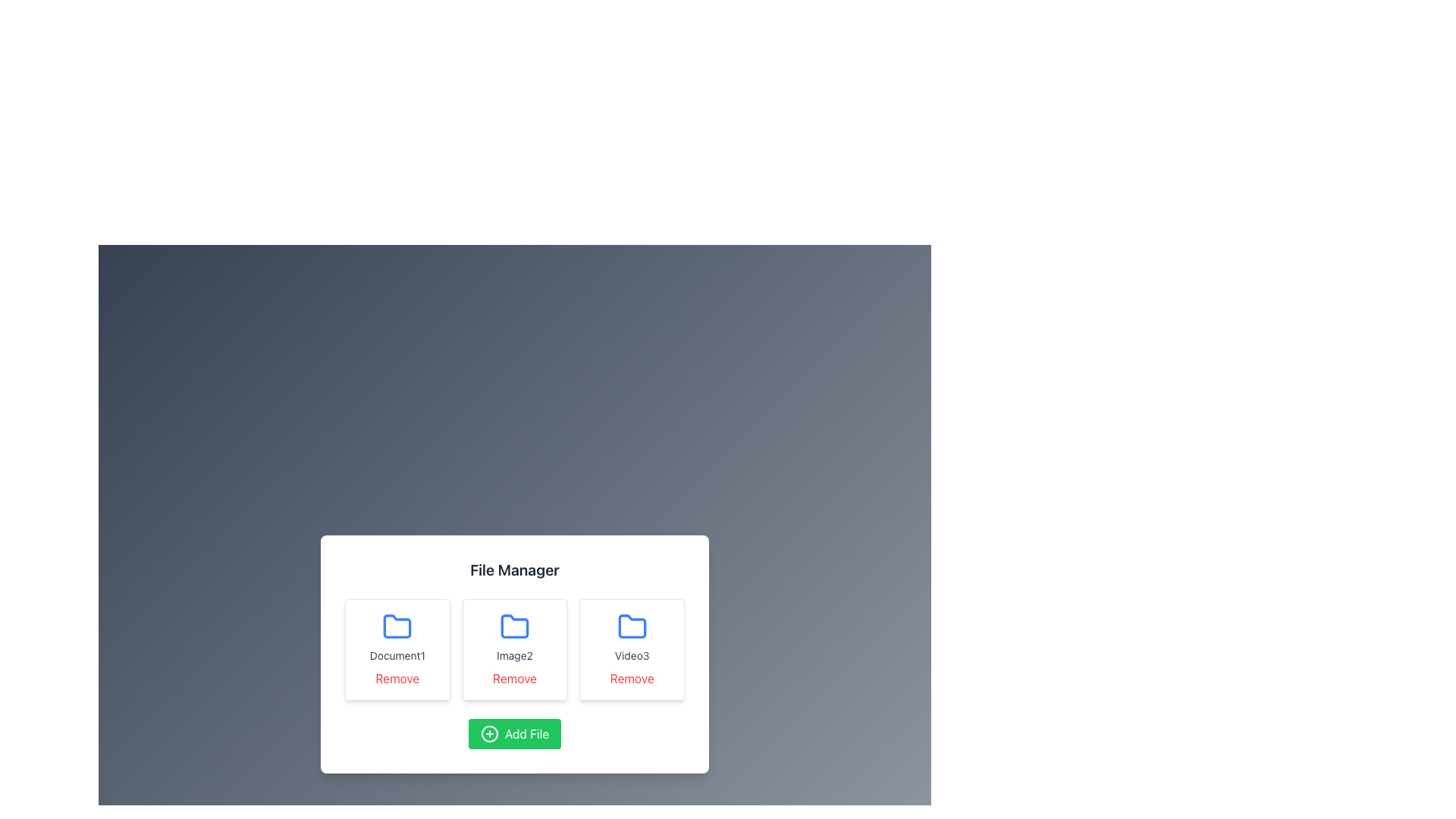  I want to click on the 'Remove' action link on the second File entry card in the grid layout under the 'File Manager' heading, so click(514, 654).